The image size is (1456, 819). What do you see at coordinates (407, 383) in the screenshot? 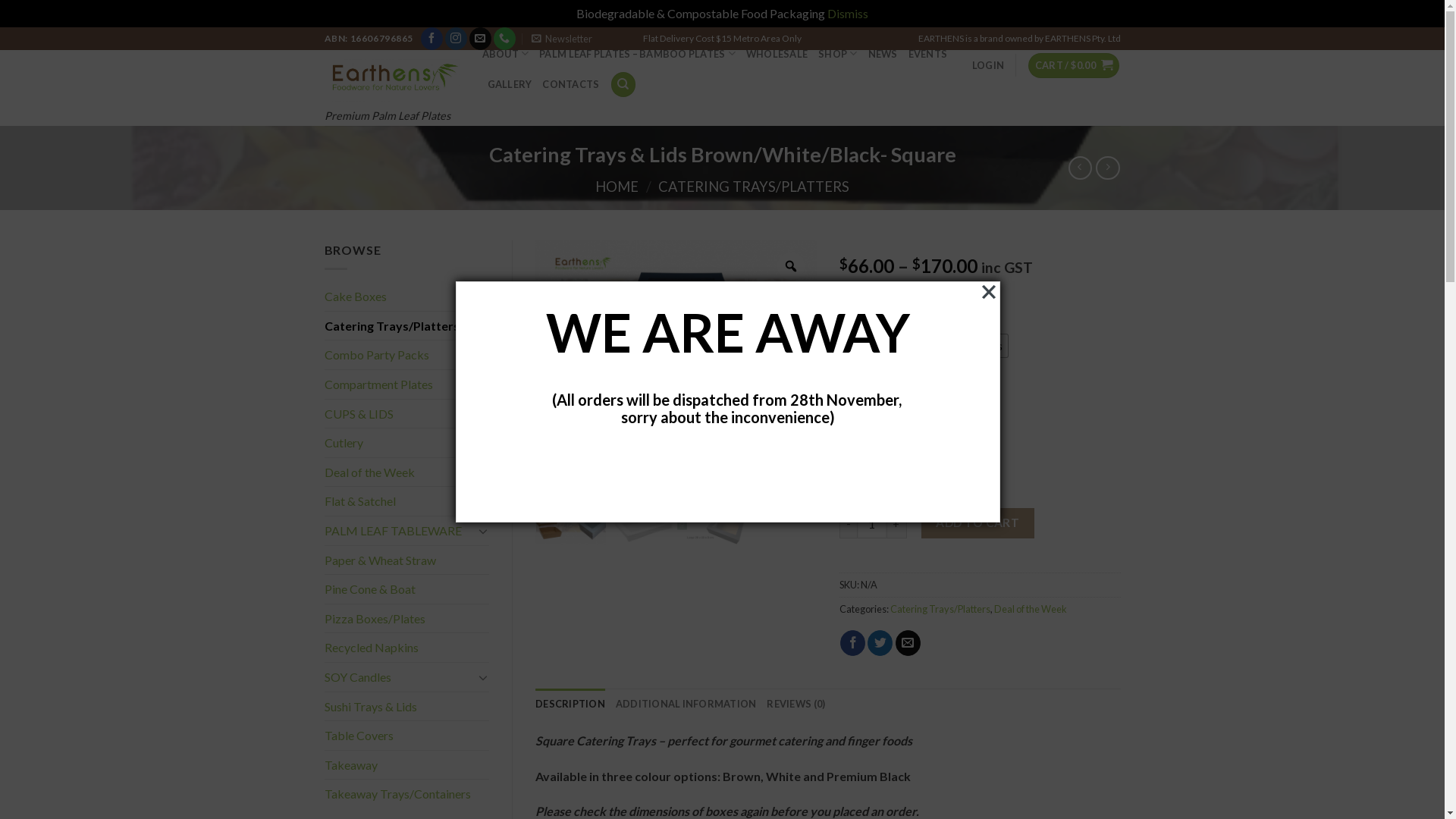
I see `'Compartment Plates'` at bounding box center [407, 383].